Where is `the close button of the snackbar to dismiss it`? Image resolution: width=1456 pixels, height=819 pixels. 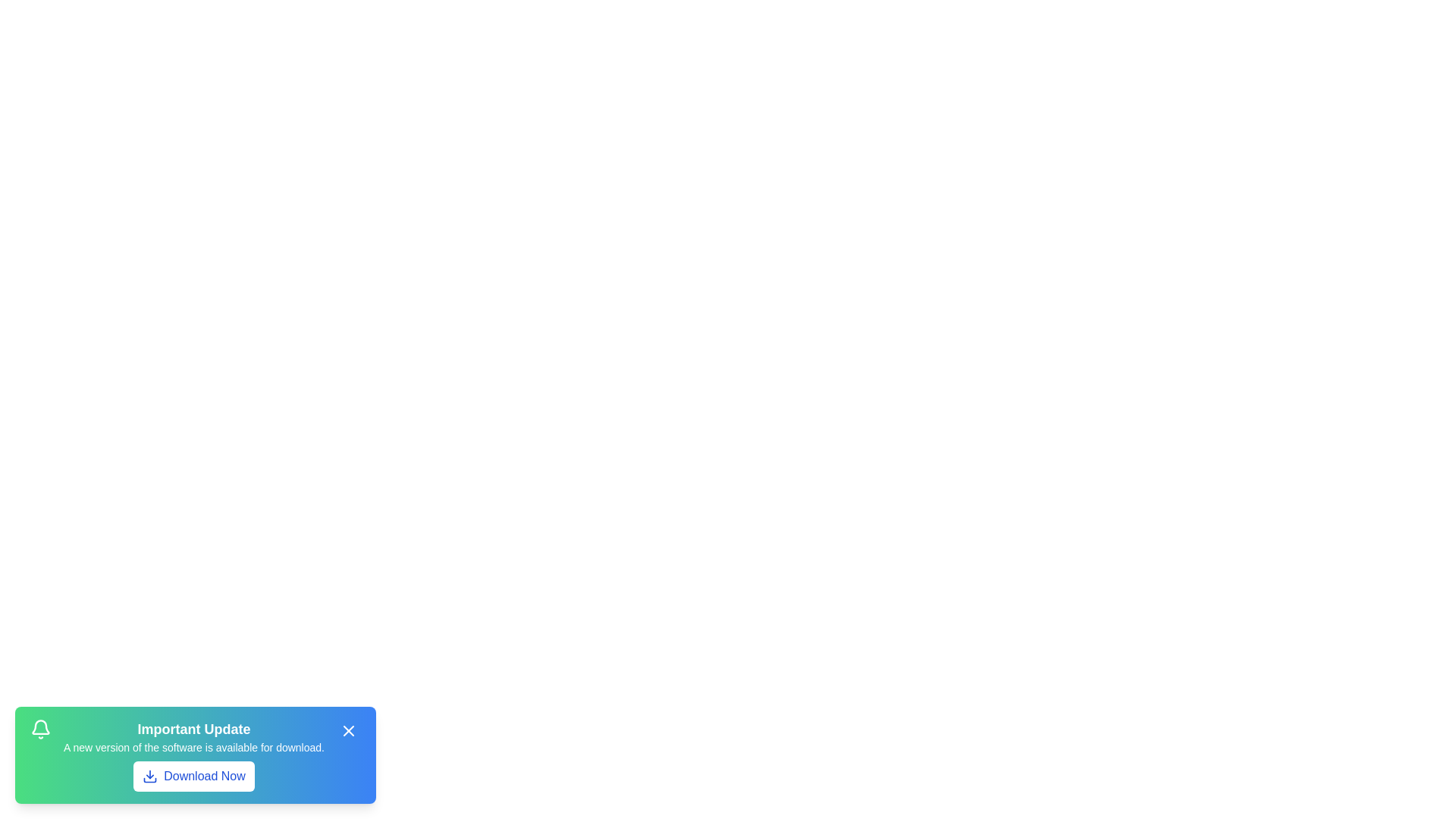 the close button of the snackbar to dismiss it is located at coordinates (348, 730).